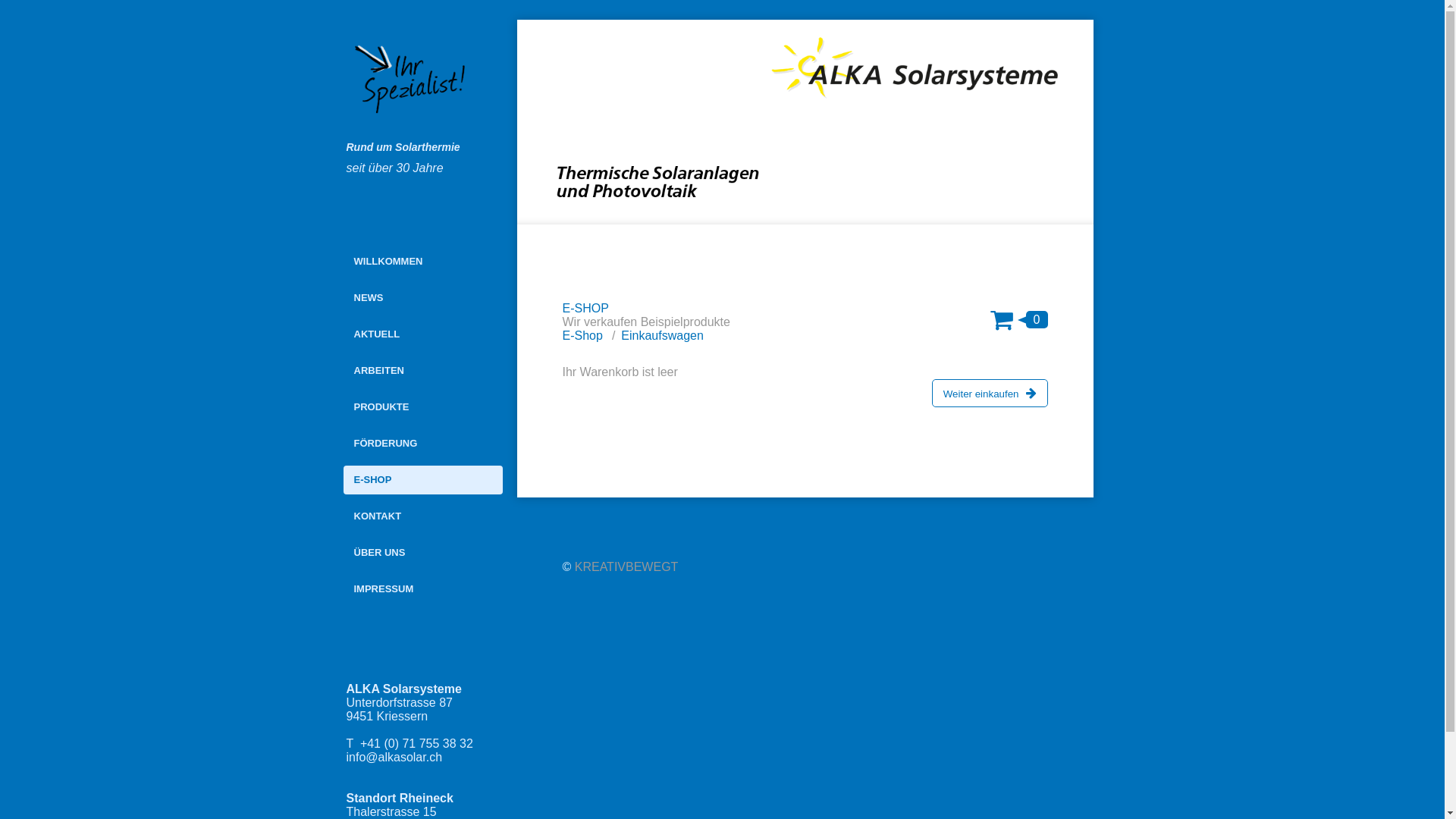 This screenshot has height=819, width=1456. I want to click on 'Weiter einkaufen', so click(990, 392).